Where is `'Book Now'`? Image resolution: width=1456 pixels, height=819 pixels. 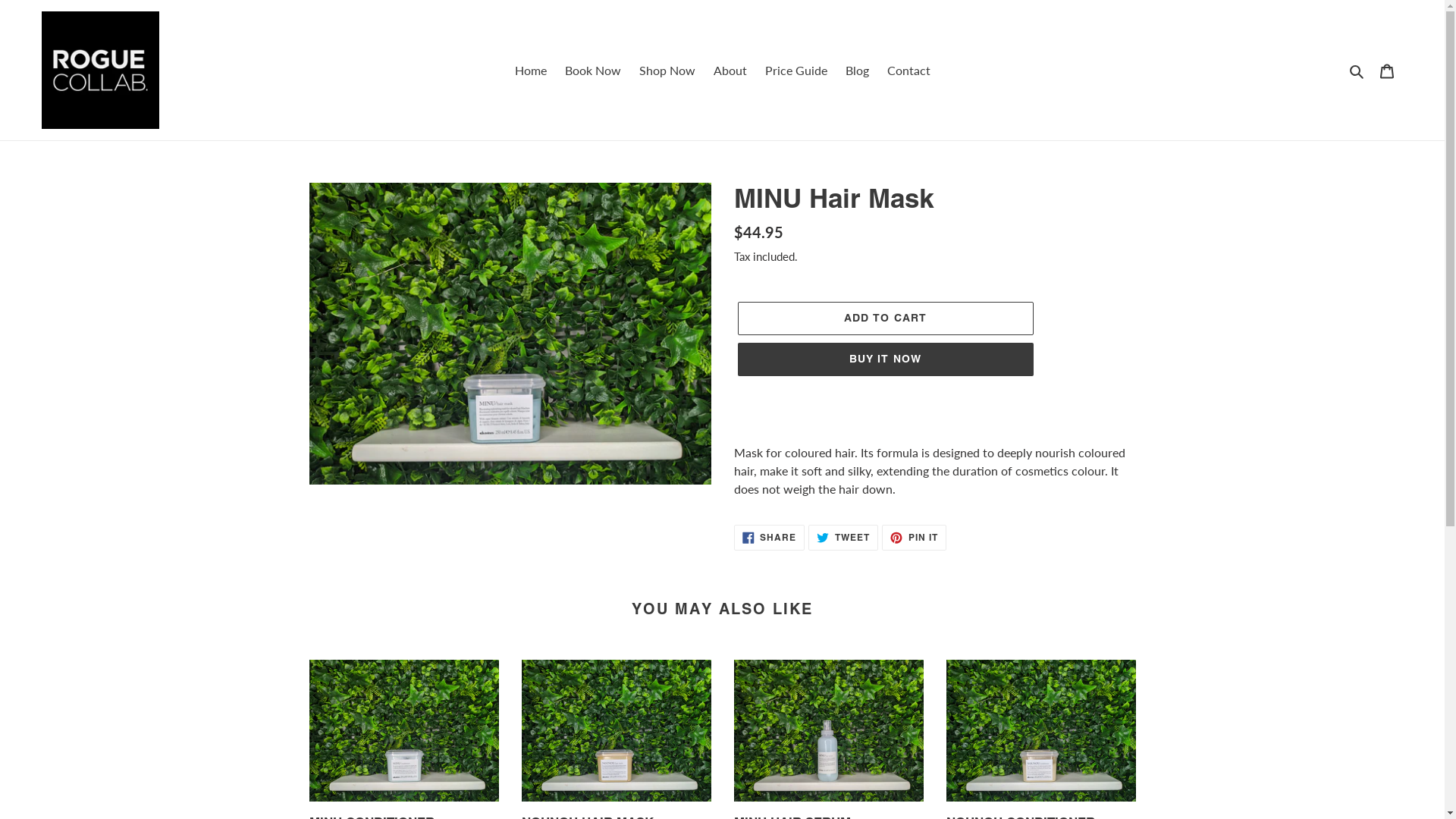 'Book Now' is located at coordinates (591, 70).